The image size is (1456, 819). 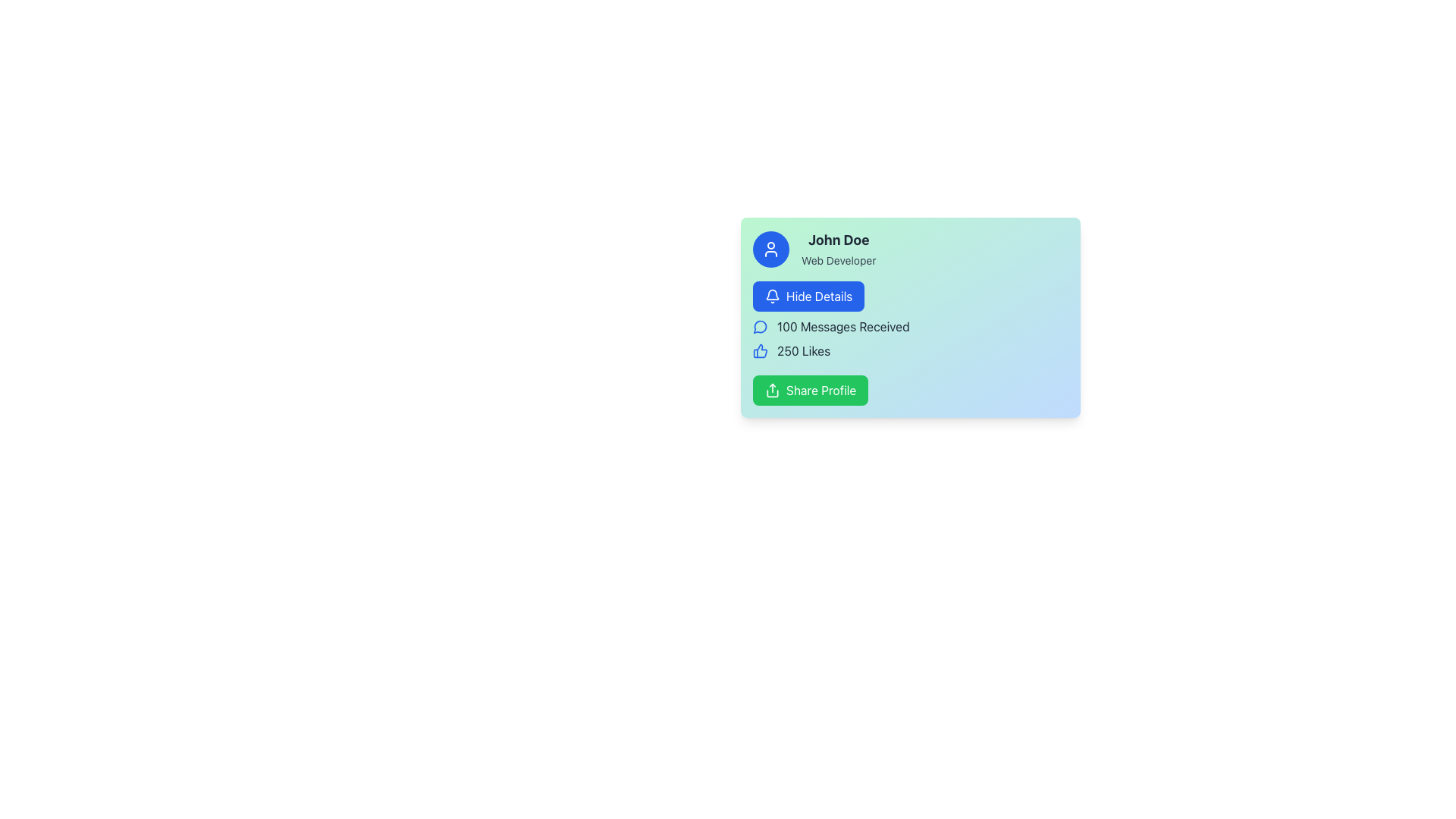 What do you see at coordinates (772, 294) in the screenshot?
I see `the notifications represented by the bell icon located in the top left corner of the profile card, above the 'Hide Details' button` at bounding box center [772, 294].